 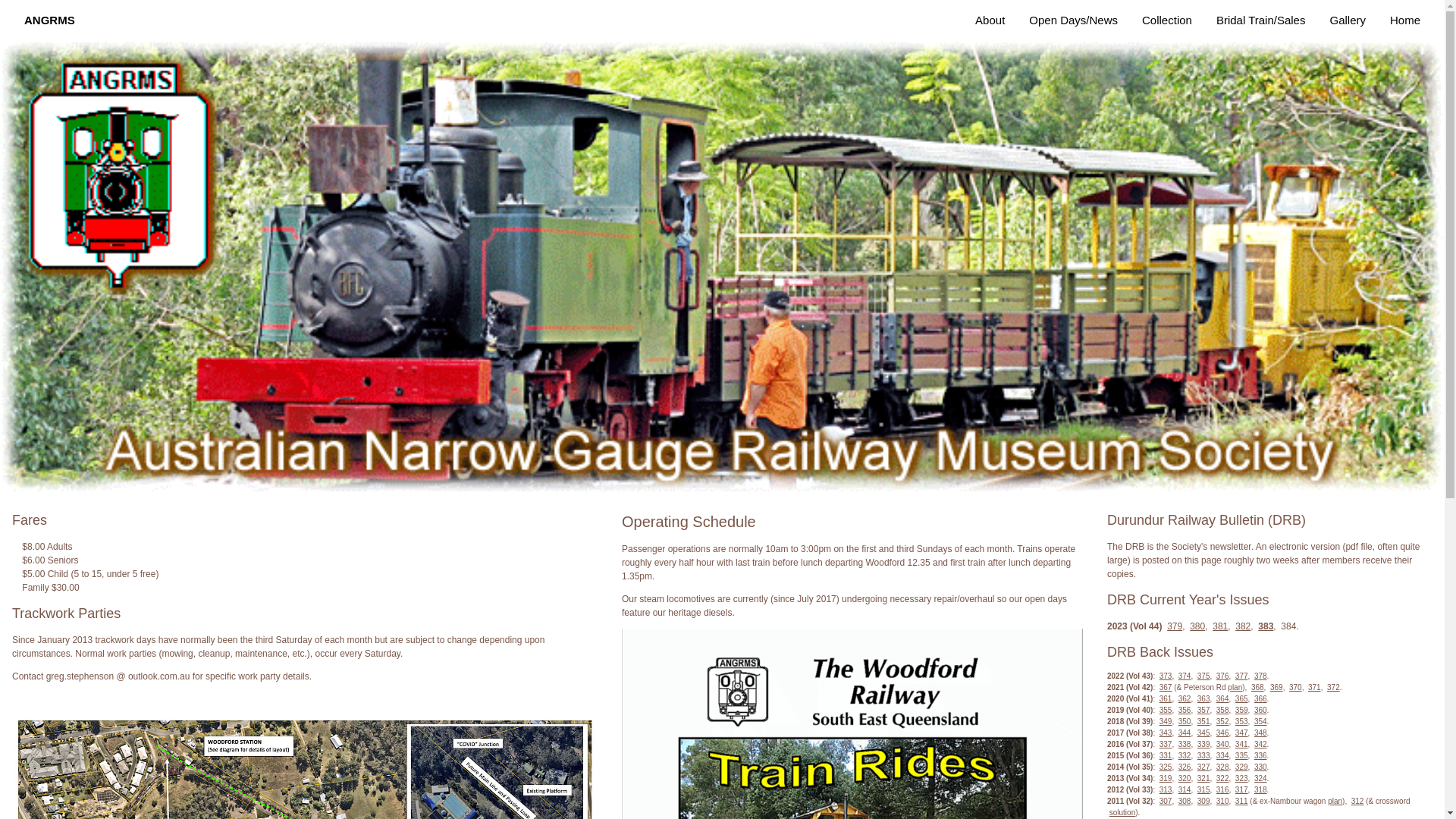 What do you see at coordinates (1235, 687) in the screenshot?
I see `'plan'` at bounding box center [1235, 687].